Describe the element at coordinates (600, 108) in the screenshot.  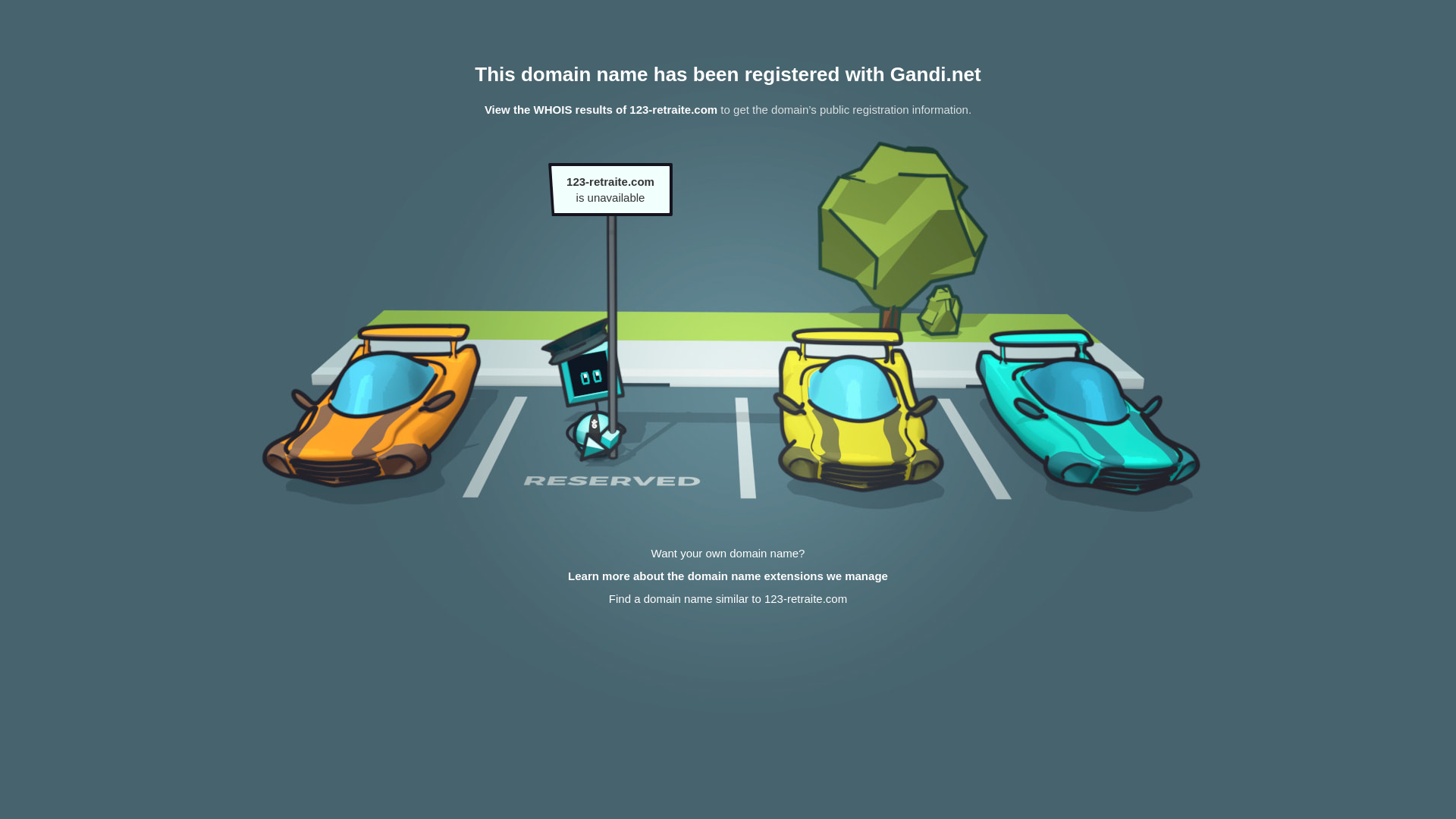
I see `'View the WHOIS results of 123-retraite.com'` at that location.